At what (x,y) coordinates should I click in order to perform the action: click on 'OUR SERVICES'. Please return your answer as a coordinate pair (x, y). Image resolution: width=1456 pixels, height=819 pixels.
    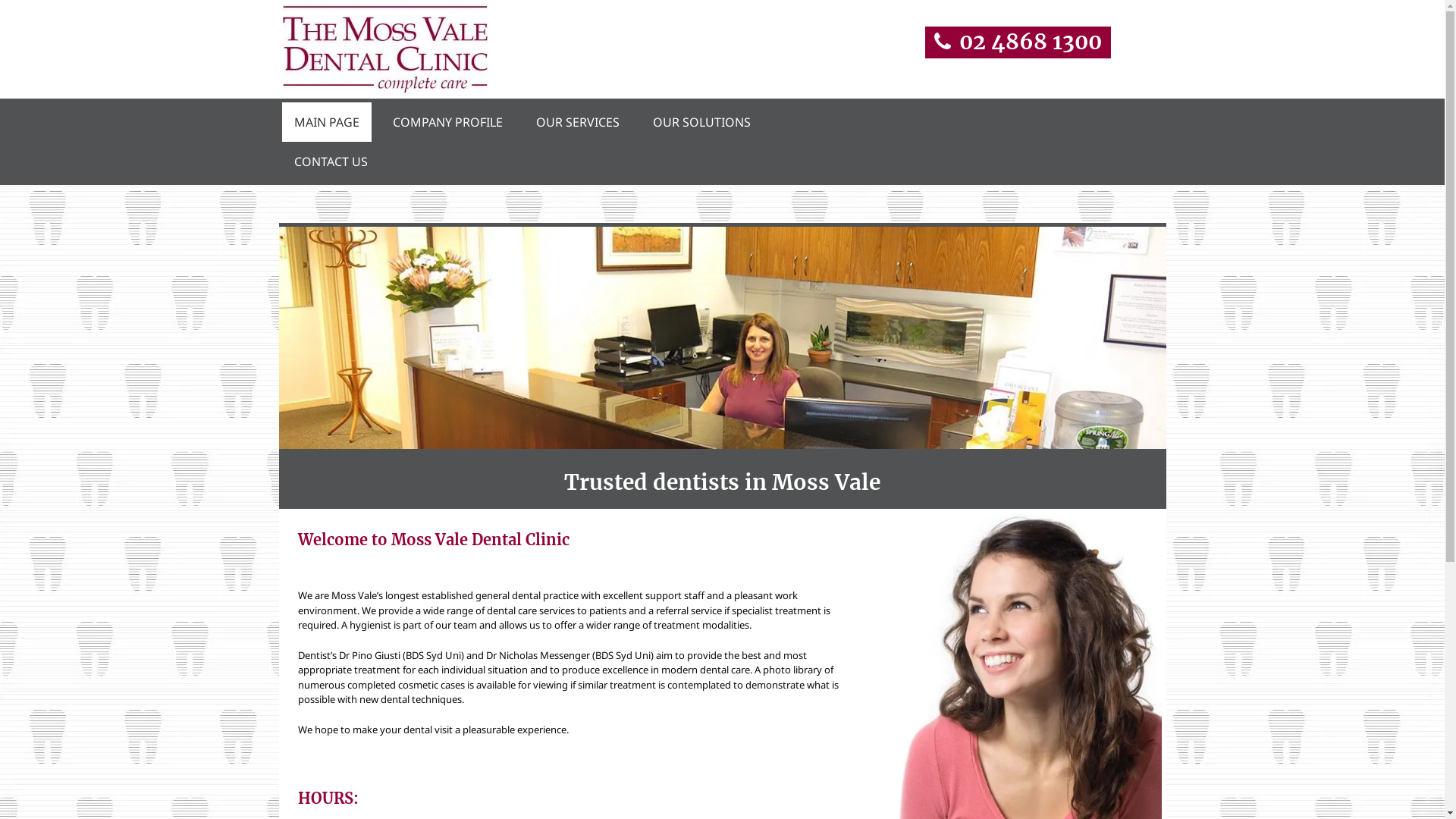
    Looking at the image, I should click on (576, 121).